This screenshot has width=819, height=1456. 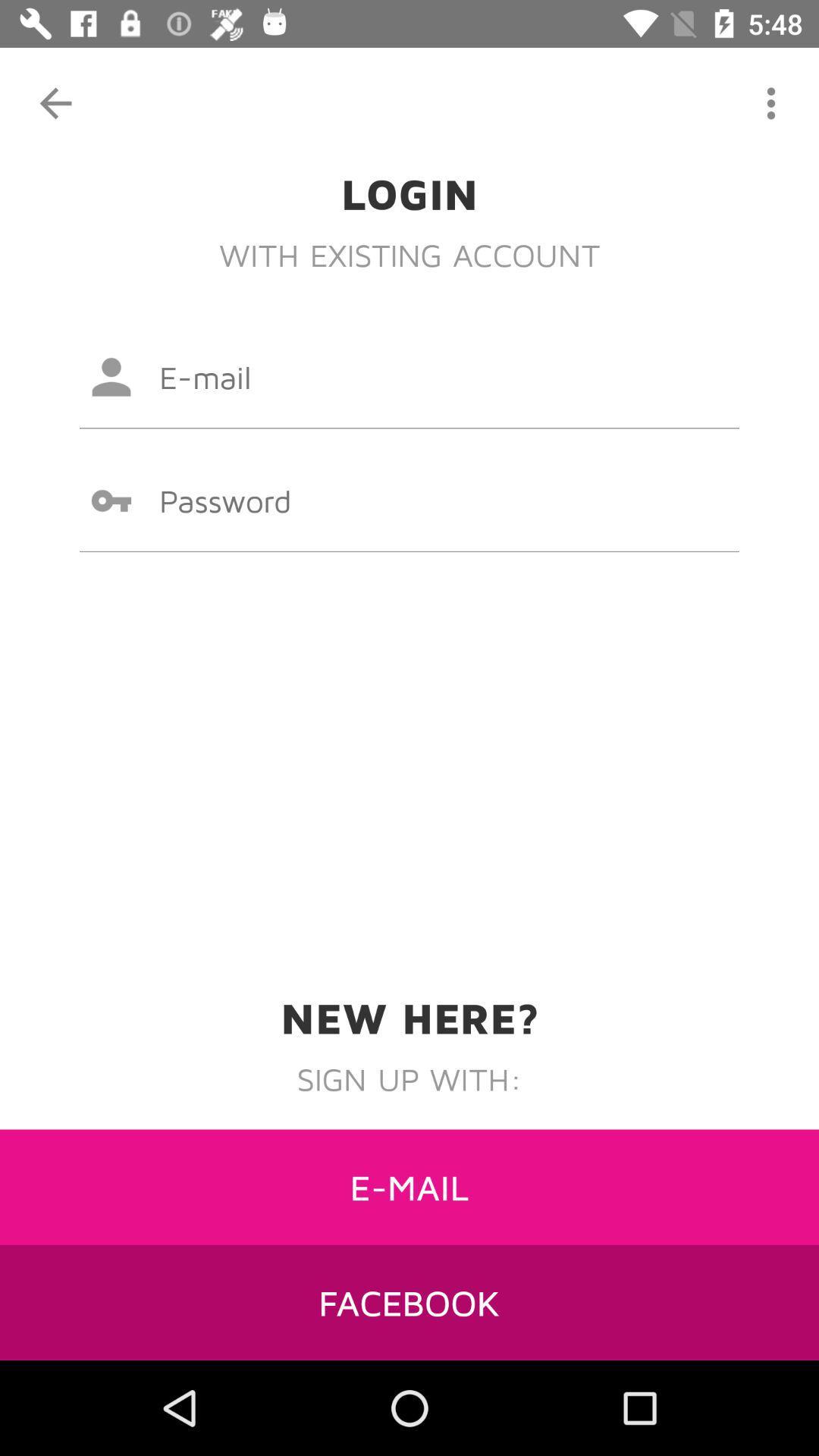 What do you see at coordinates (409, 500) in the screenshot?
I see `click password` at bounding box center [409, 500].